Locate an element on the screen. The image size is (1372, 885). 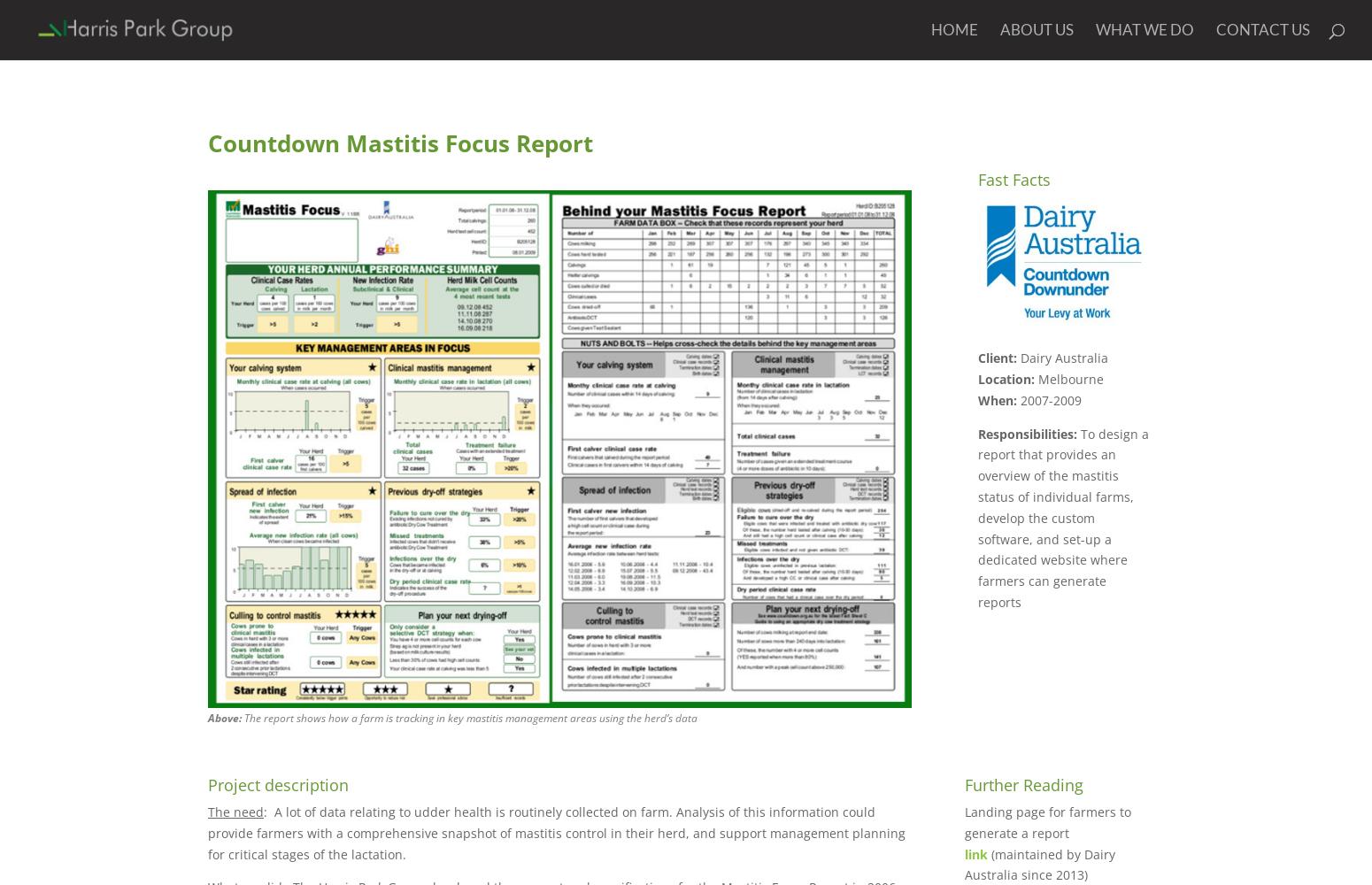
'Fast Facts' is located at coordinates (1012, 179).